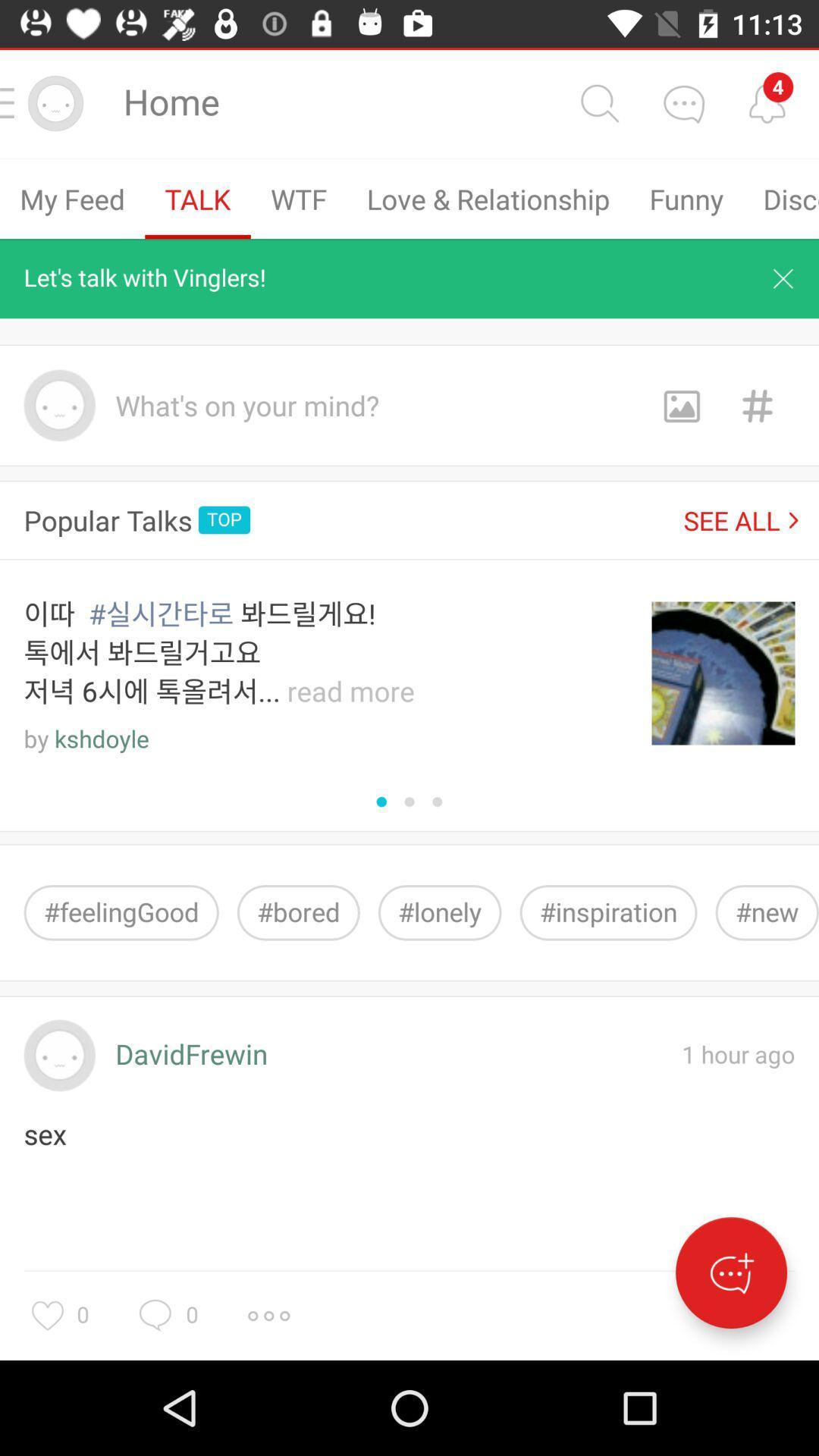 The height and width of the screenshot is (1456, 819). I want to click on search button, so click(598, 102).